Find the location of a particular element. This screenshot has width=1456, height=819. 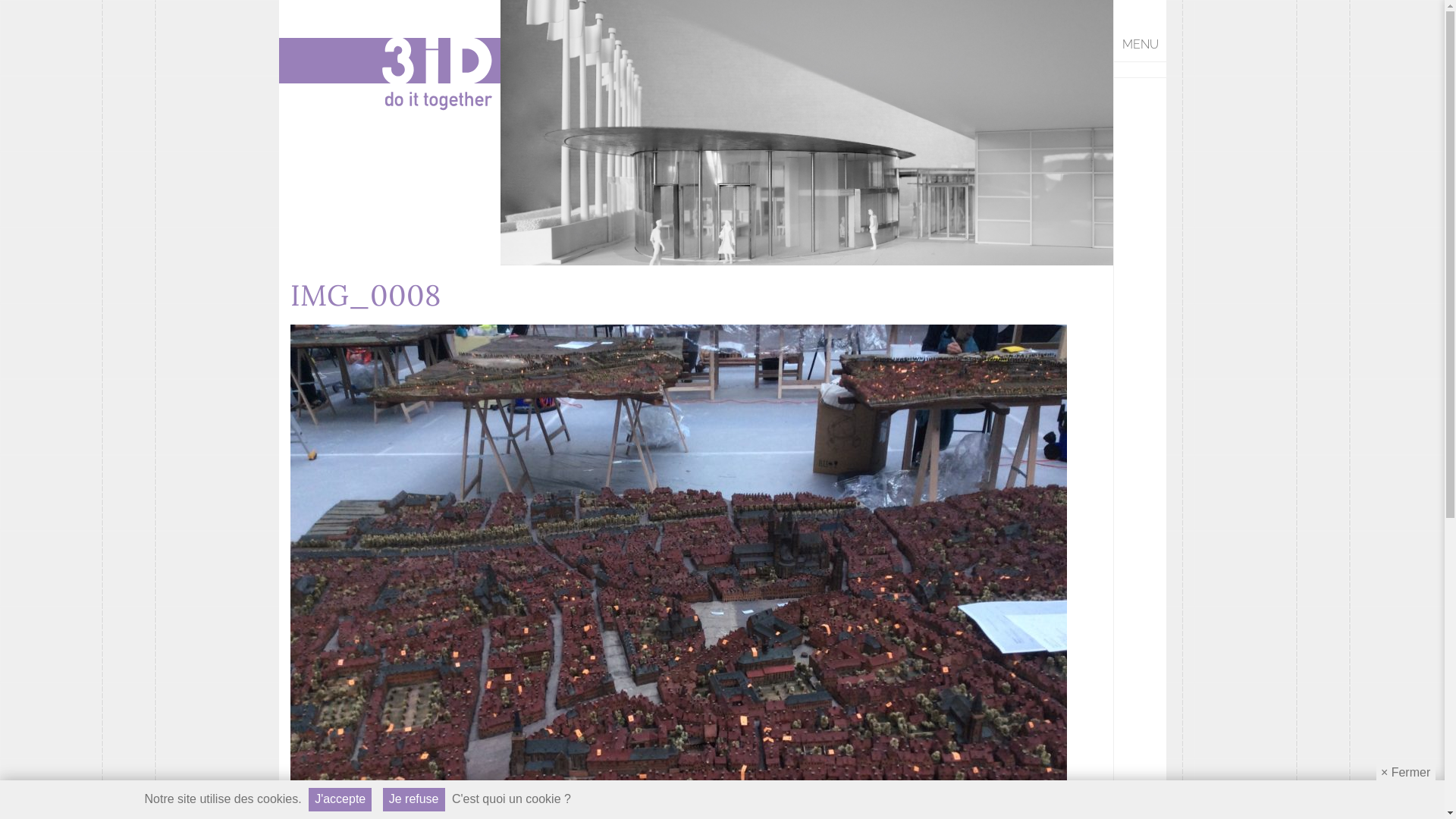

'Je refuse' is located at coordinates (382, 799).